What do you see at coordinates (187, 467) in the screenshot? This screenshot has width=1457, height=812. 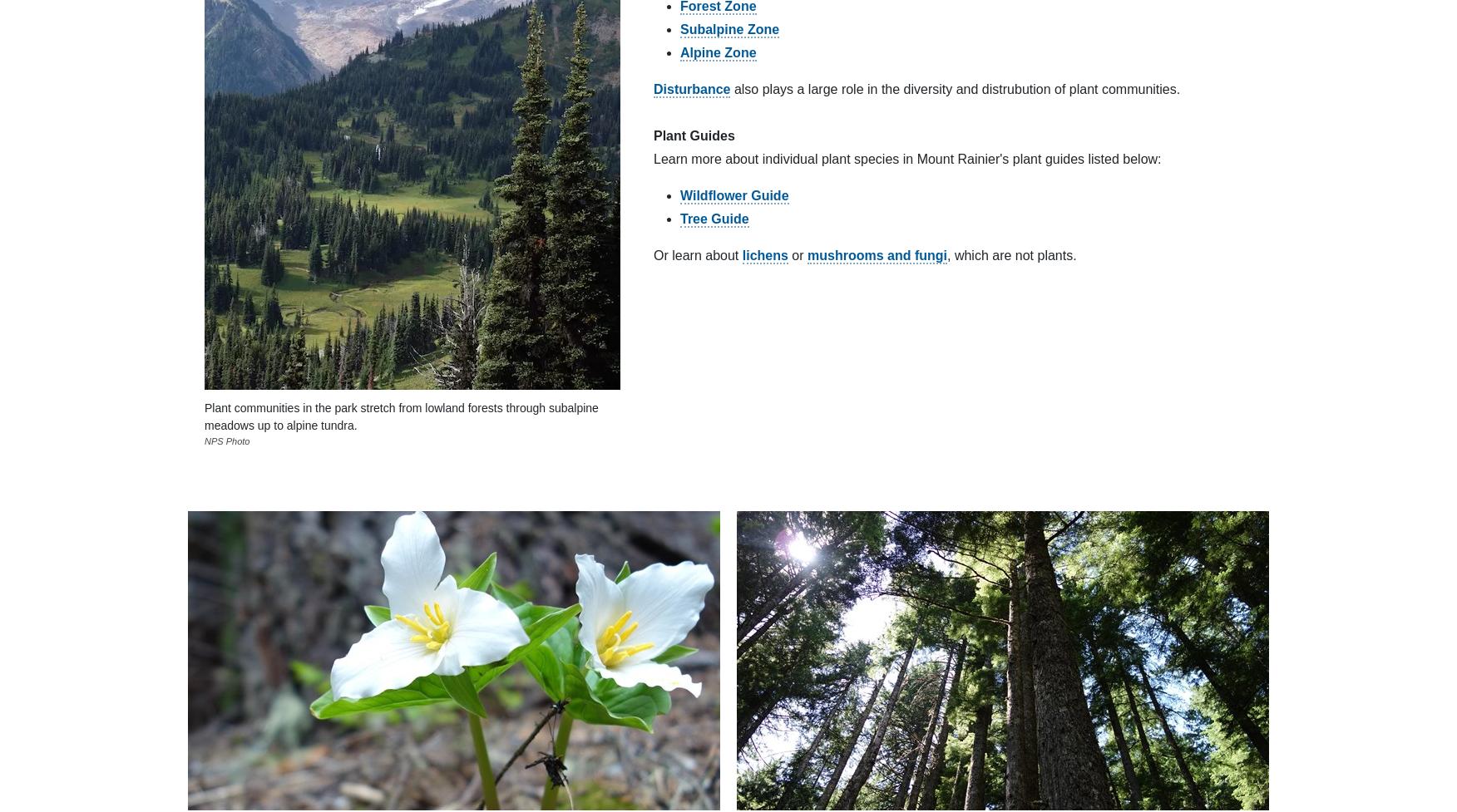 I see `'360 569-2211'` at bounding box center [187, 467].